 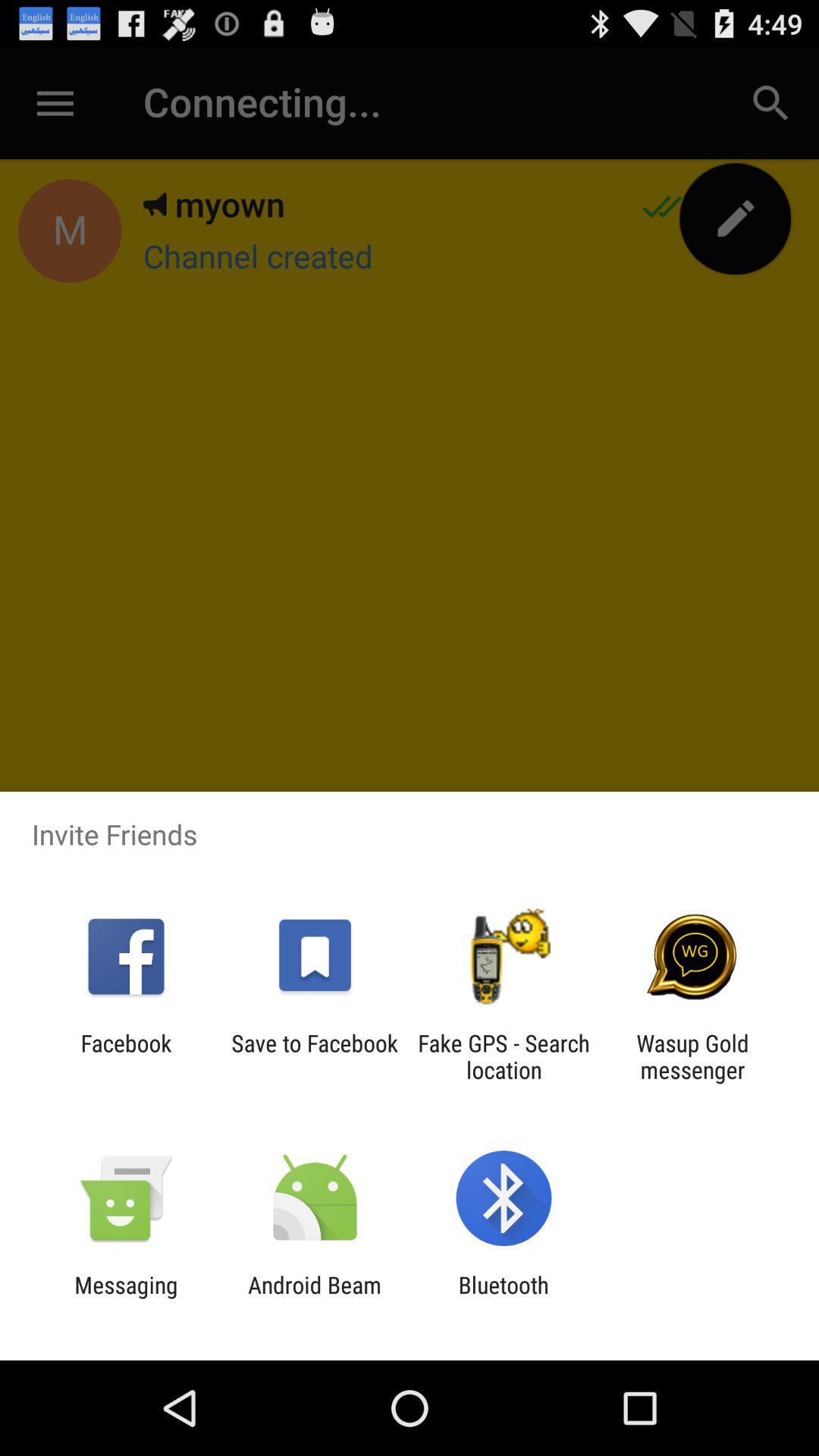 What do you see at coordinates (125, 1298) in the screenshot?
I see `the app to the left of the android beam app` at bounding box center [125, 1298].